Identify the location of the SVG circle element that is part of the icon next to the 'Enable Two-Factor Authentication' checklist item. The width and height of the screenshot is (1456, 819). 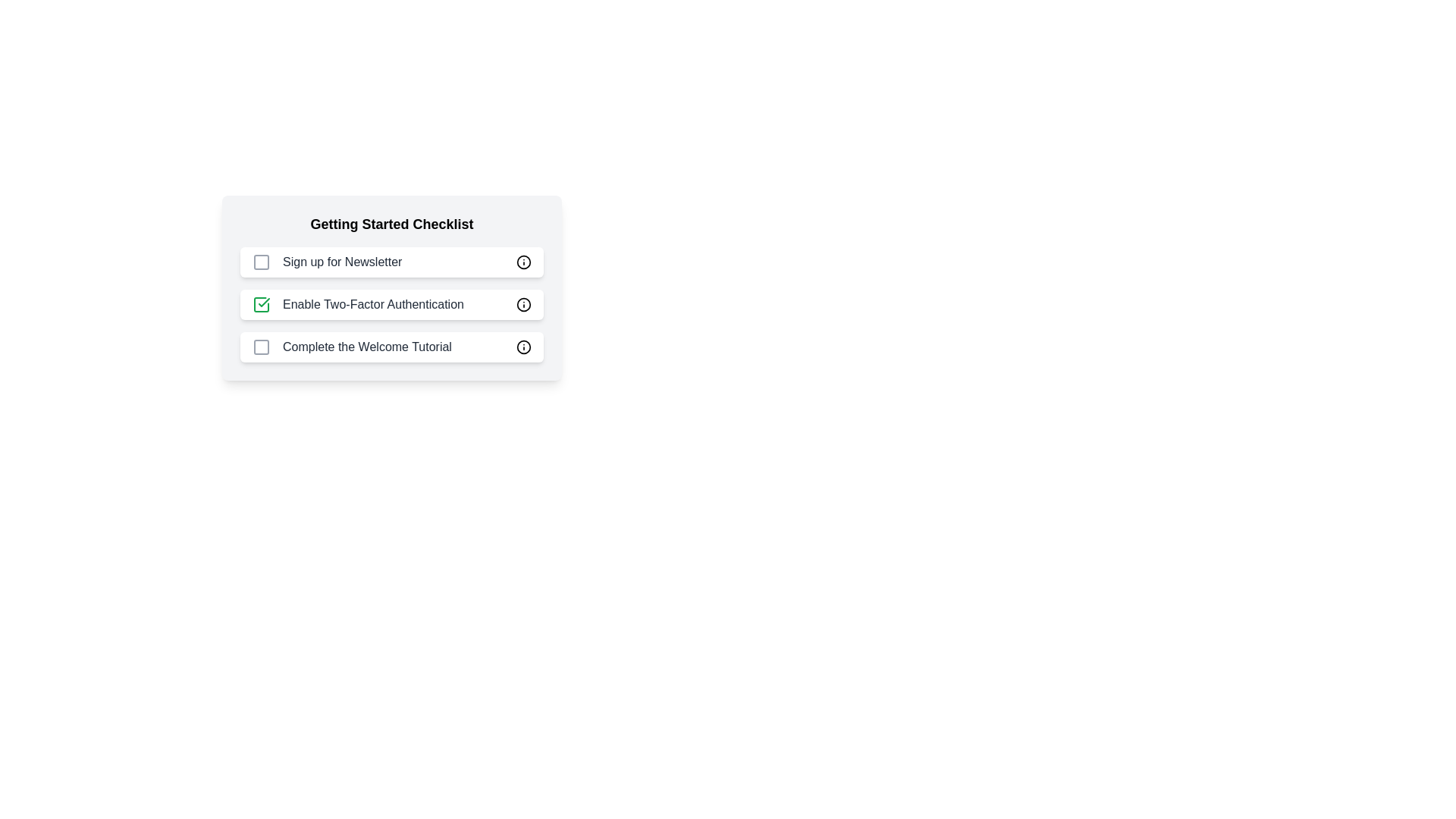
(524, 304).